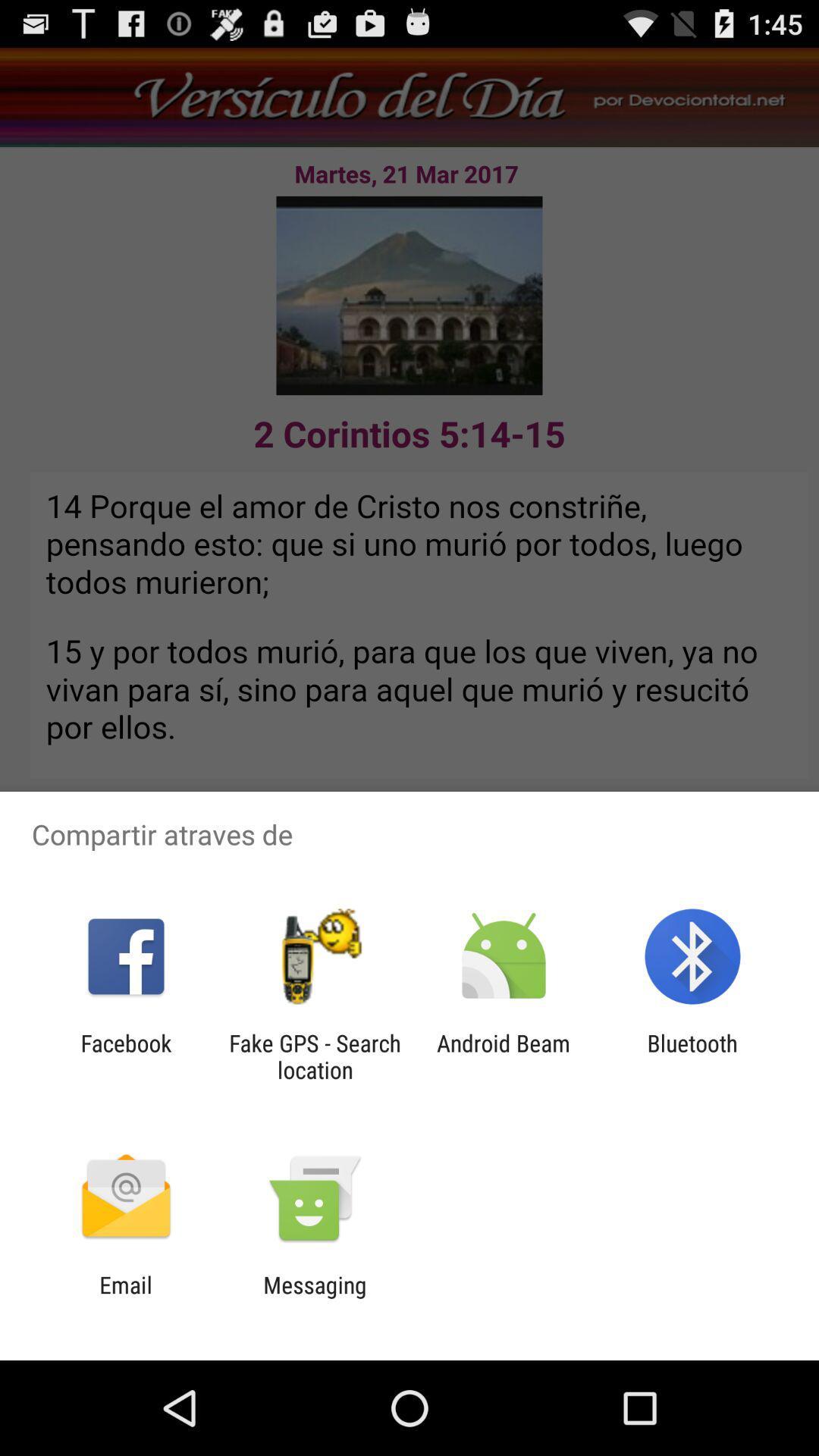 This screenshot has width=819, height=1456. Describe the element at coordinates (692, 1056) in the screenshot. I see `the app next to android beam item` at that location.